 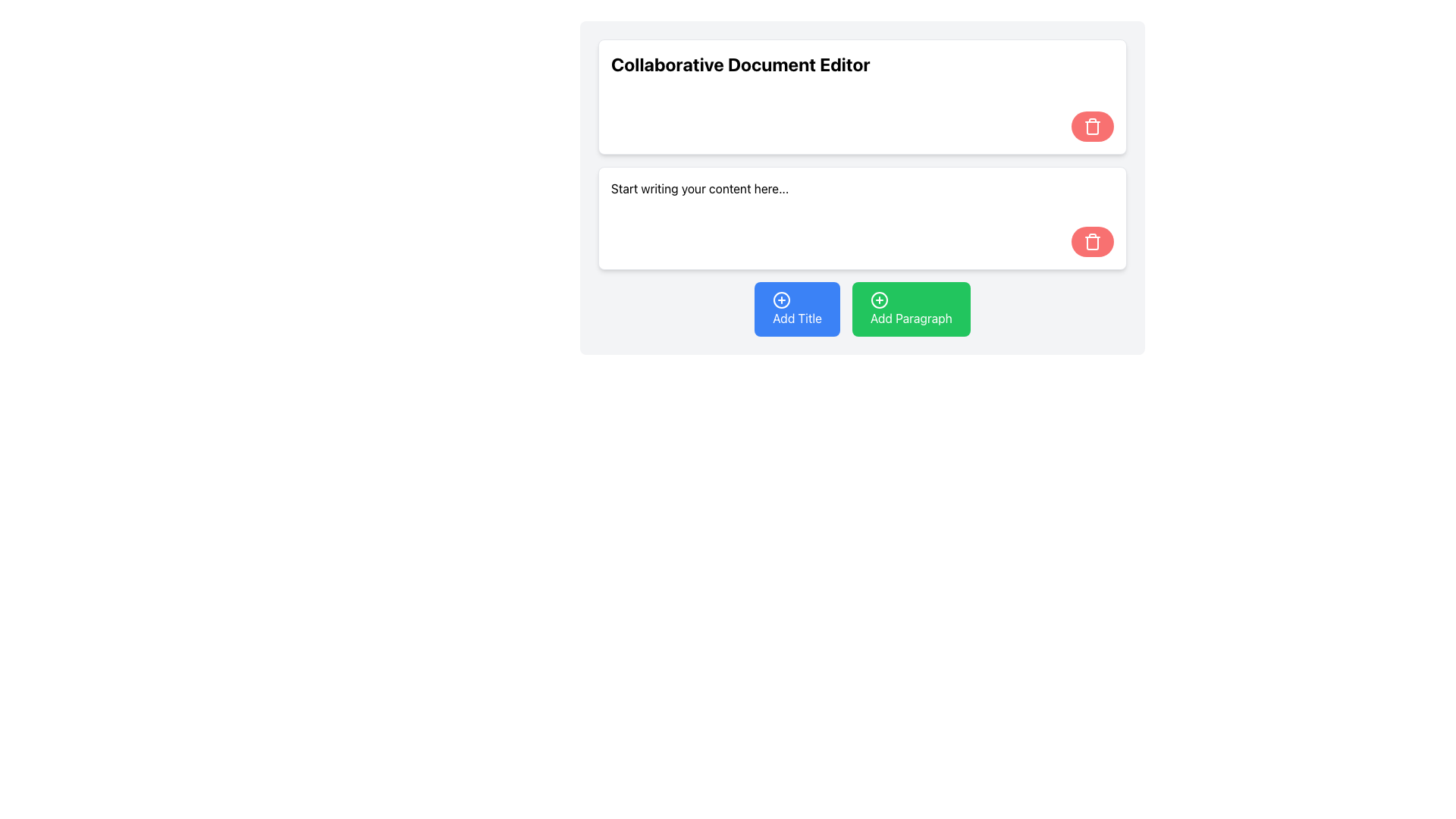 What do you see at coordinates (1092, 241) in the screenshot?
I see `the circular red delete button with a trash can icon located in the bottom-right corner of the second editable content area` at bounding box center [1092, 241].